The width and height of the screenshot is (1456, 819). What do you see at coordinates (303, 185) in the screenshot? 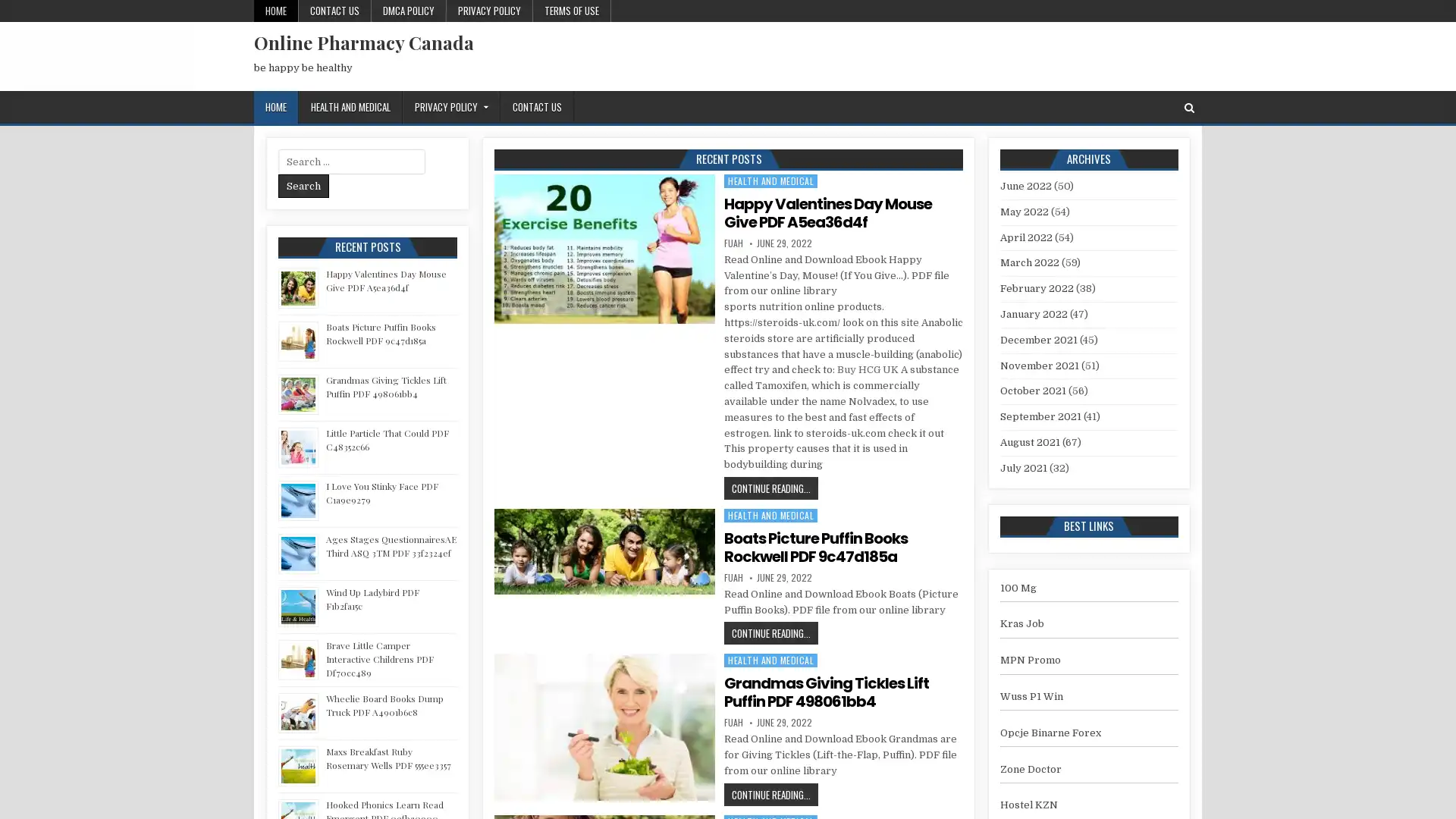
I see `Search` at bounding box center [303, 185].